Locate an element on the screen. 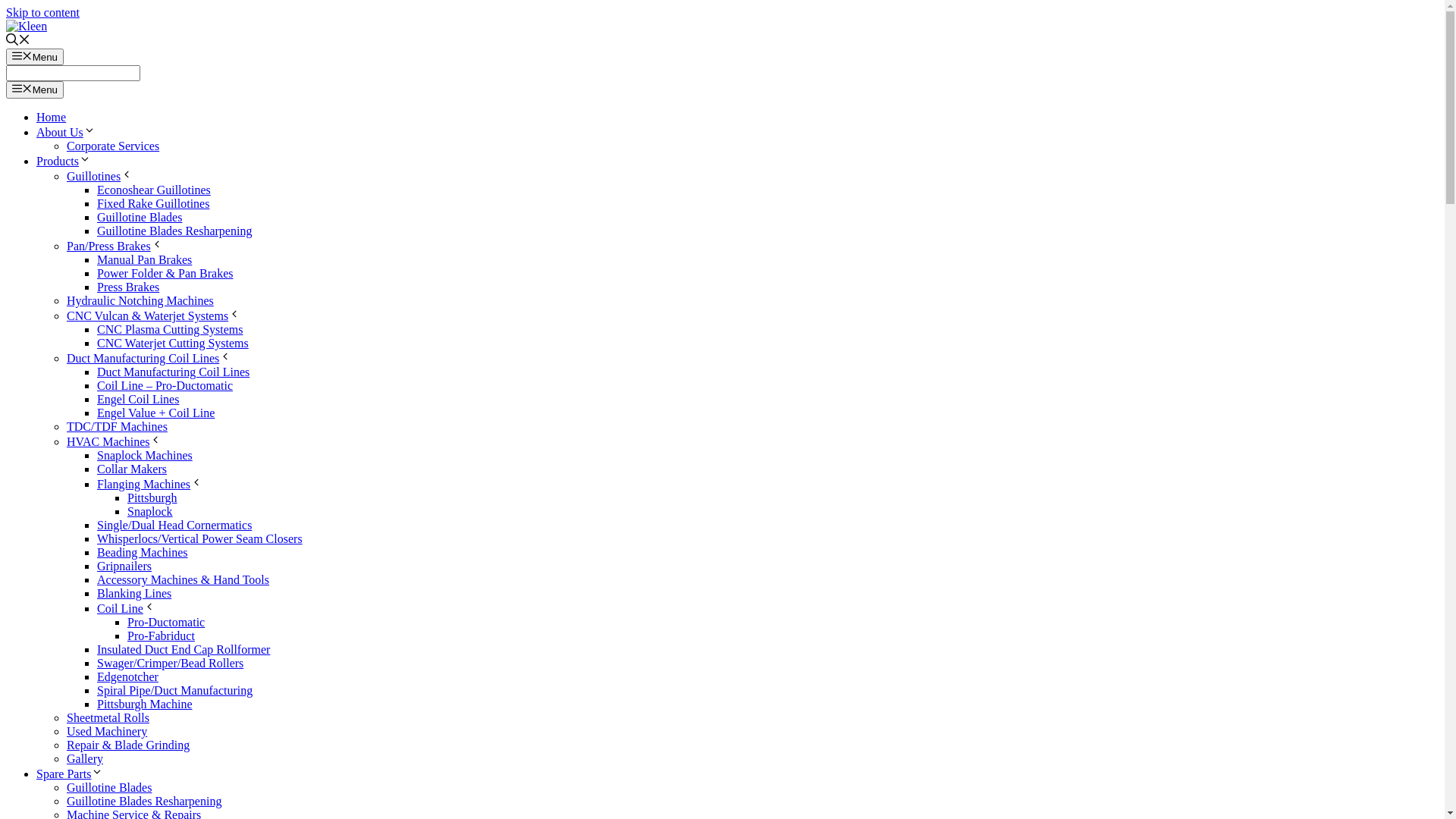 Image resolution: width=1456 pixels, height=819 pixels. 'Collar Makers' is located at coordinates (131, 468).